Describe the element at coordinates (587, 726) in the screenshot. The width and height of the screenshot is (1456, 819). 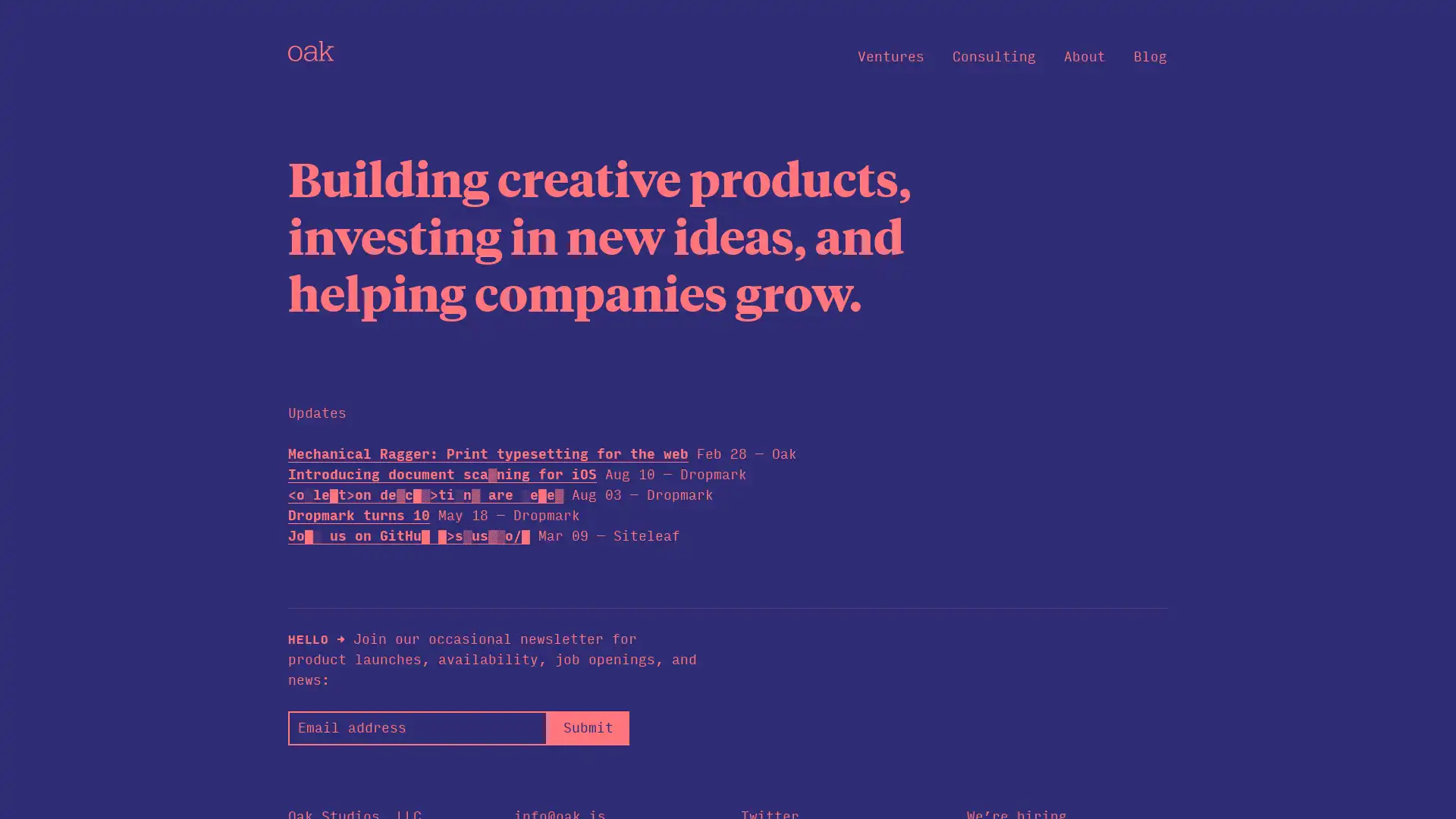
I see `Submit` at that location.